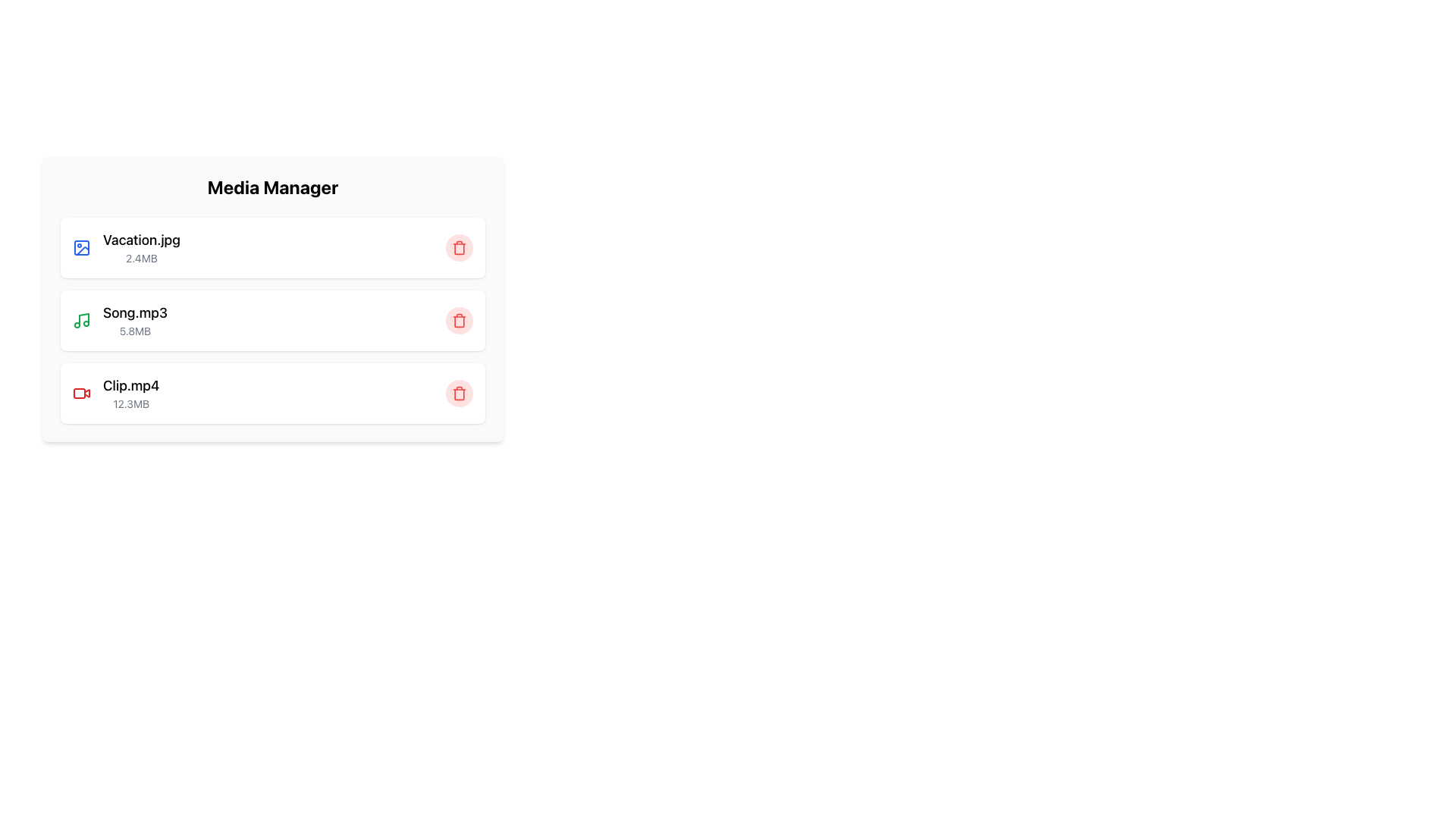 This screenshot has width=1456, height=819. What do you see at coordinates (81, 320) in the screenshot?
I see `the green musical note icon located to the left of the 'Song.mp3' entry in the media list` at bounding box center [81, 320].